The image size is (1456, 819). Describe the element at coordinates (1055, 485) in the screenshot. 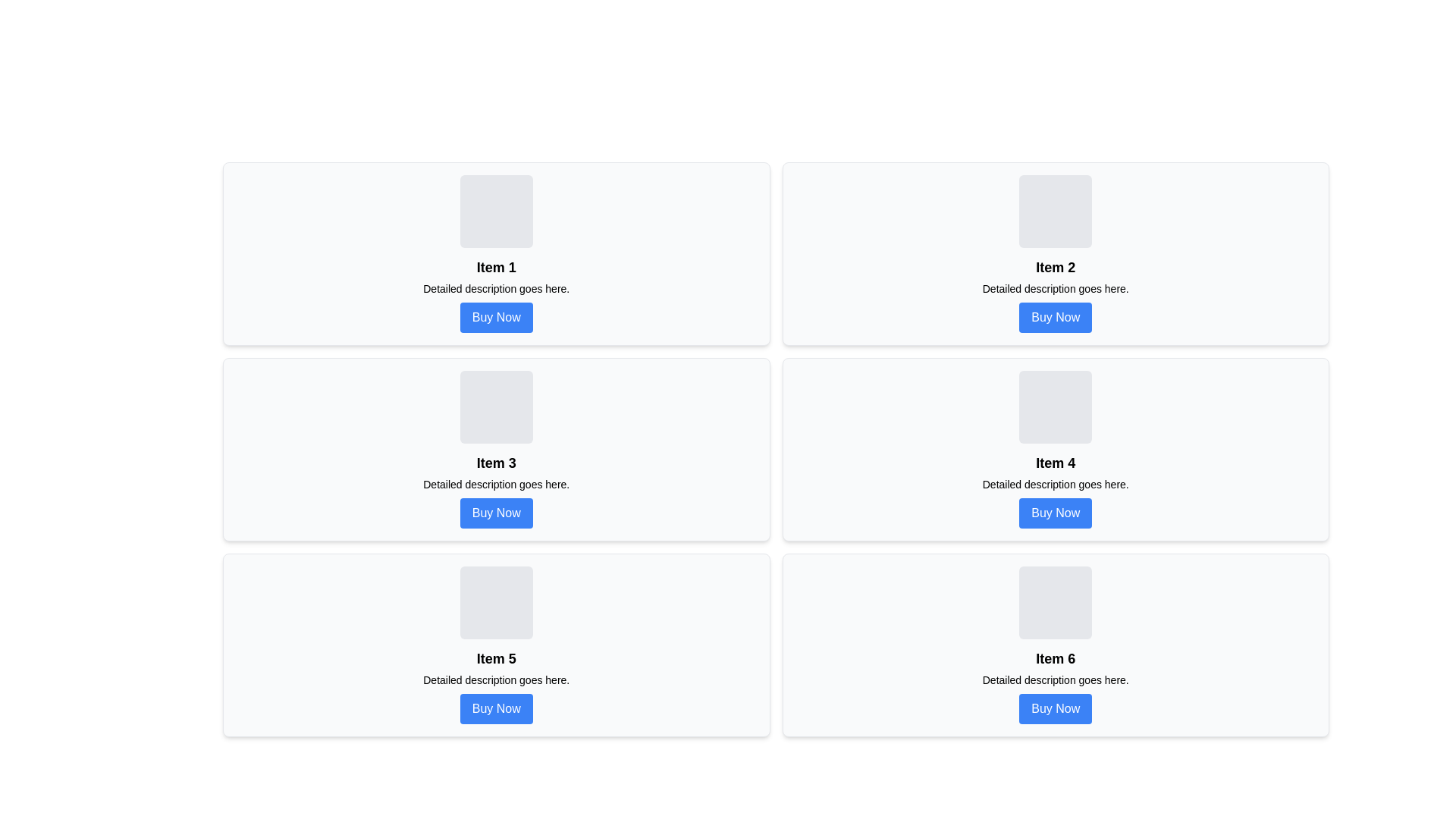

I see `the static text element located beneath the title 'Item 4' and above the 'Buy Now' button within the card labeled 'Item 4' in the second row, second column of the grid layout` at that location.